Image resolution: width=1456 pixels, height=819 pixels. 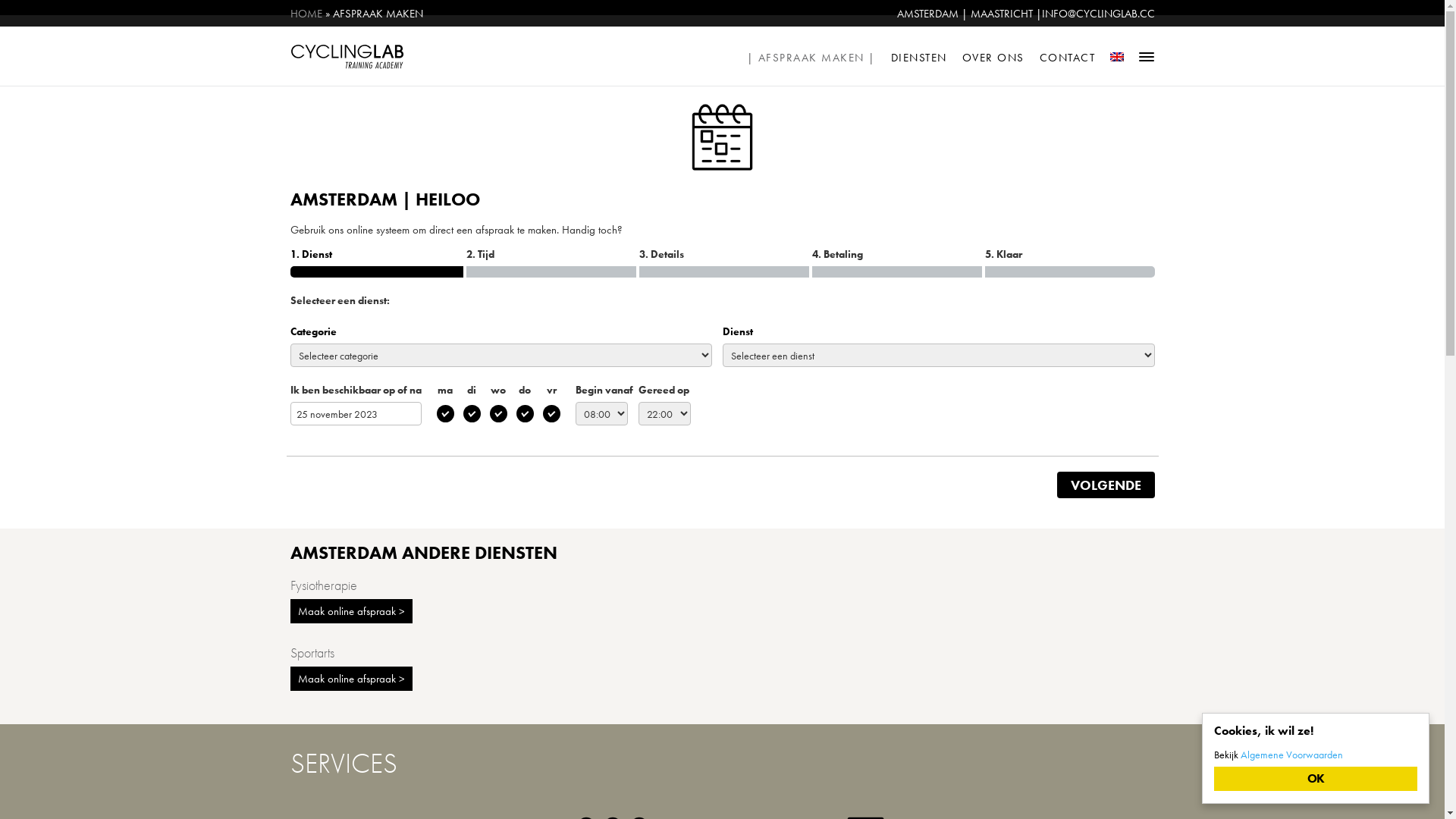 I want to click on 'Maak online afspraak >', so click(x=350, y=678).